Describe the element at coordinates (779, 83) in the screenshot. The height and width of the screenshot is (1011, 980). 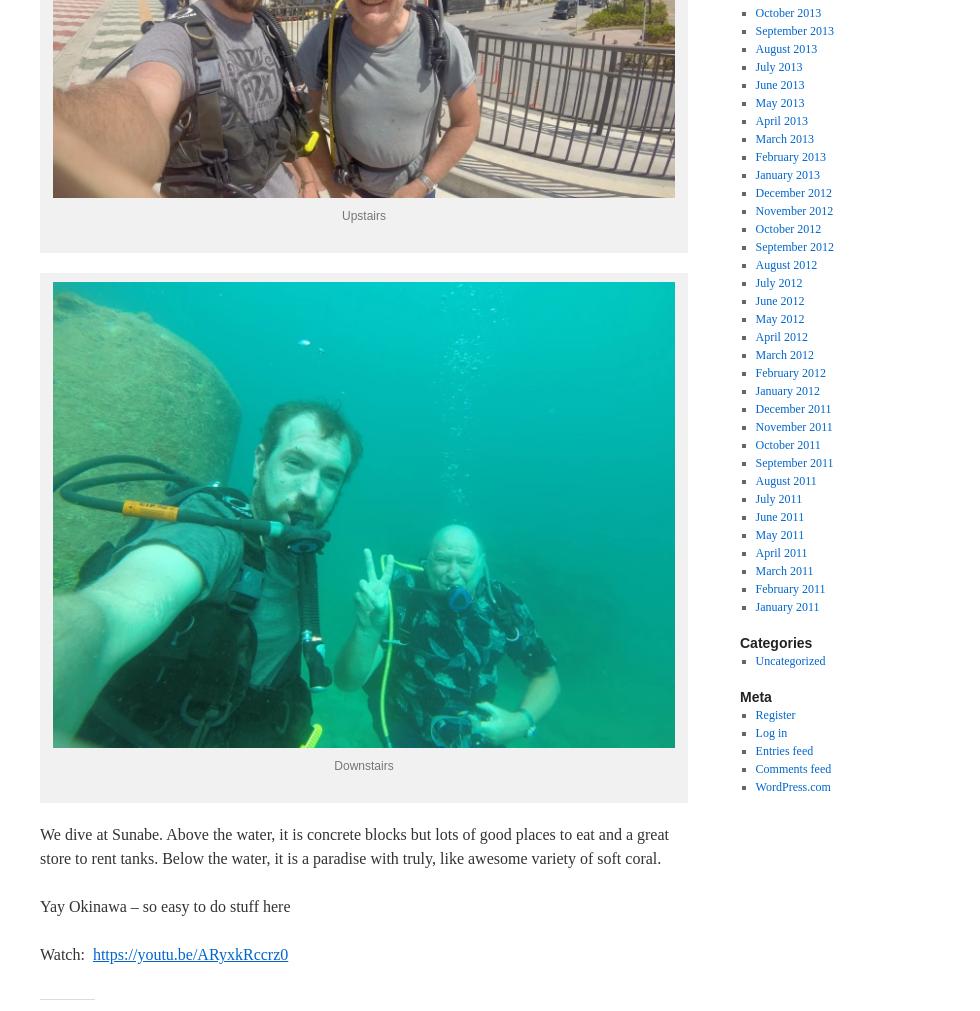
I see `'June 2013'` at that location.